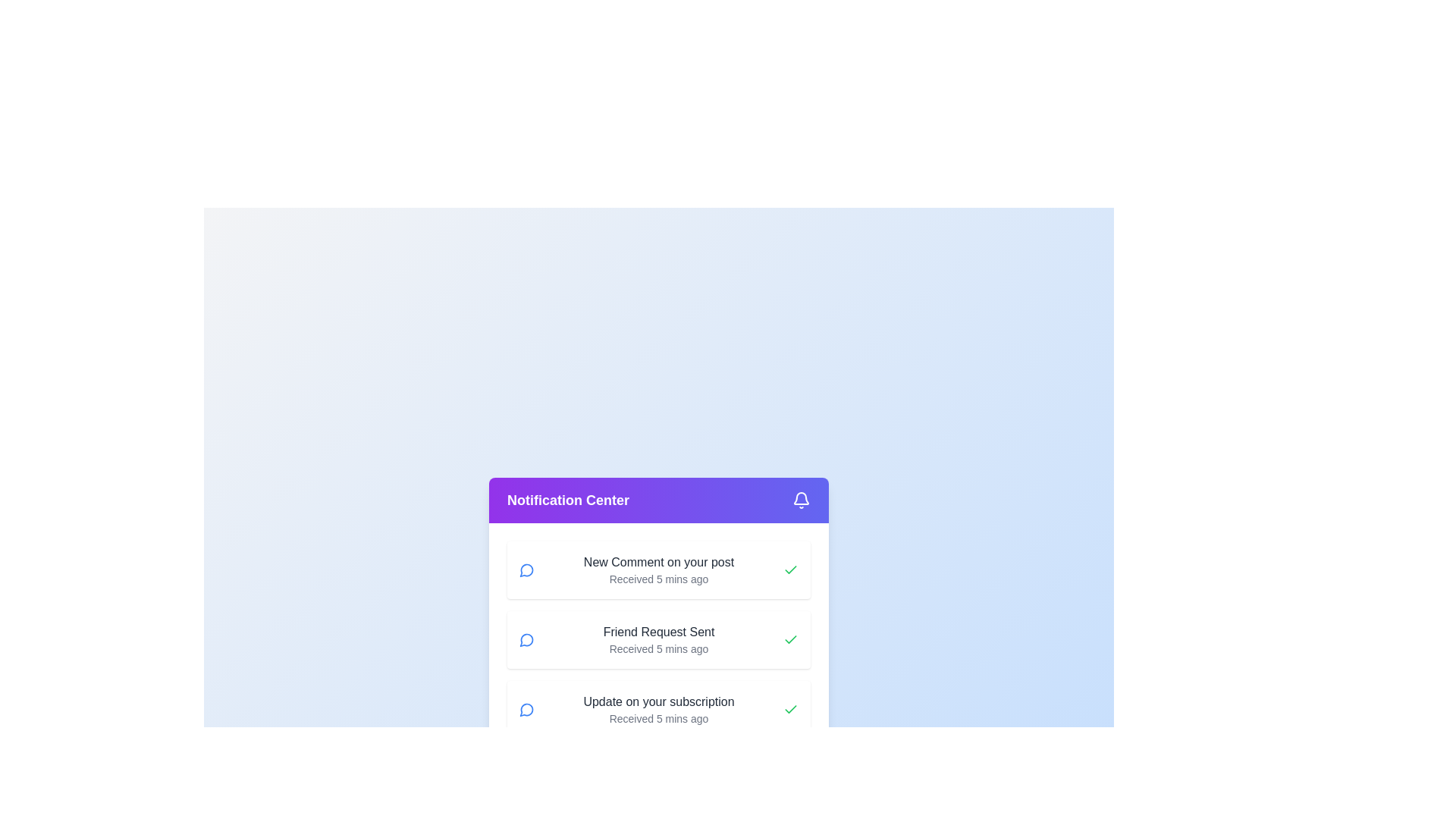 The width and height of the screenshot is (1456, 819). Describe the element at coordinates (658, 648) in the screenshot. I see `the timestamp text label located beneath the 'Friend Request Sent' text in the second notification entry of the vertically stacked notification list` at that location.